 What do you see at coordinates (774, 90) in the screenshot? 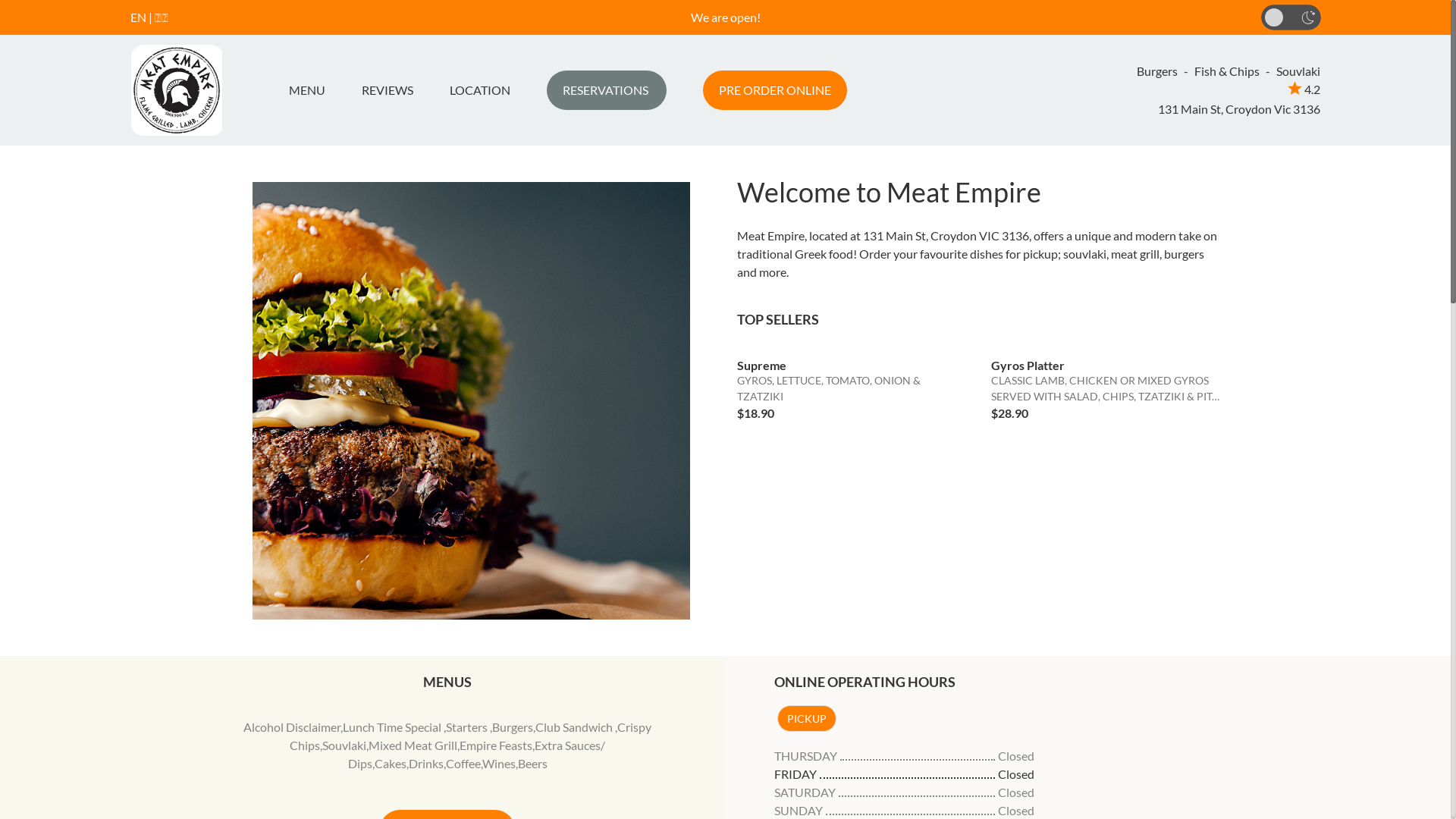
I see `'PRE ORDER ONLINE'` at bounding box center [774, 90].